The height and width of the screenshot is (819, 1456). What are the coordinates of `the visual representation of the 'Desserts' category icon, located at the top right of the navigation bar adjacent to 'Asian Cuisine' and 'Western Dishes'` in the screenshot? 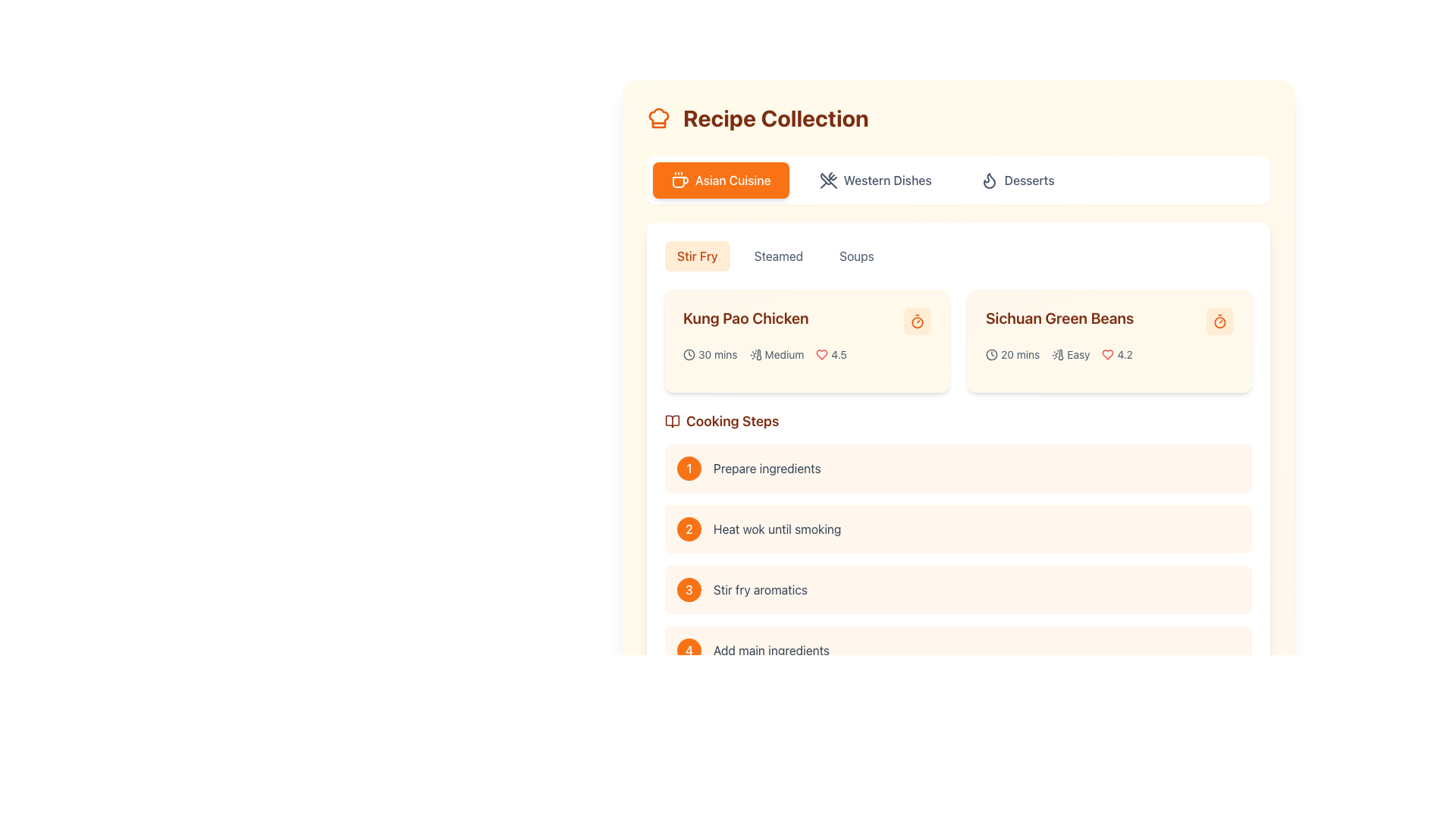 It's located at (989, 180).